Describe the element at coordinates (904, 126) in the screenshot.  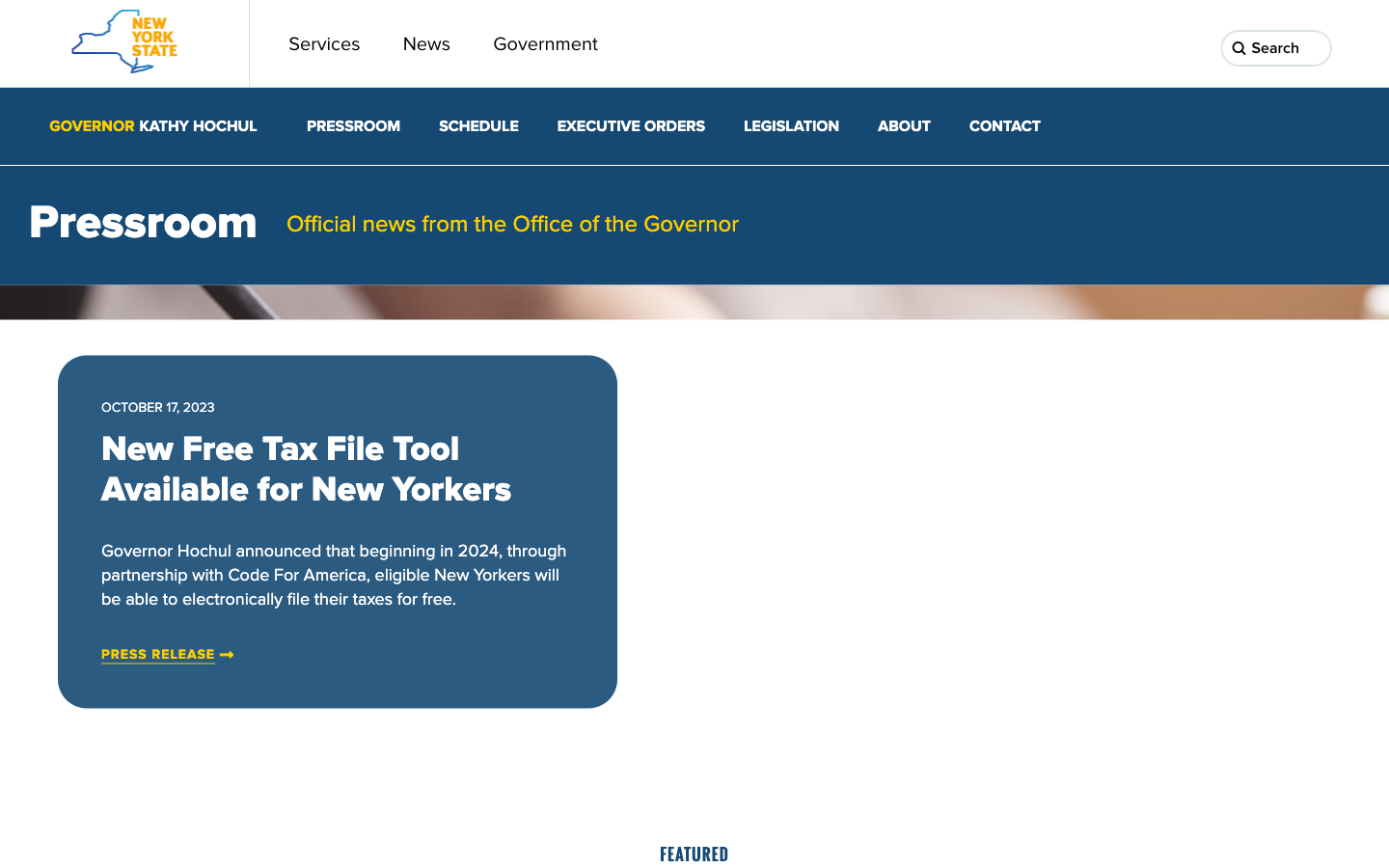
I see `the second item from the About dropdown menu` at that location.